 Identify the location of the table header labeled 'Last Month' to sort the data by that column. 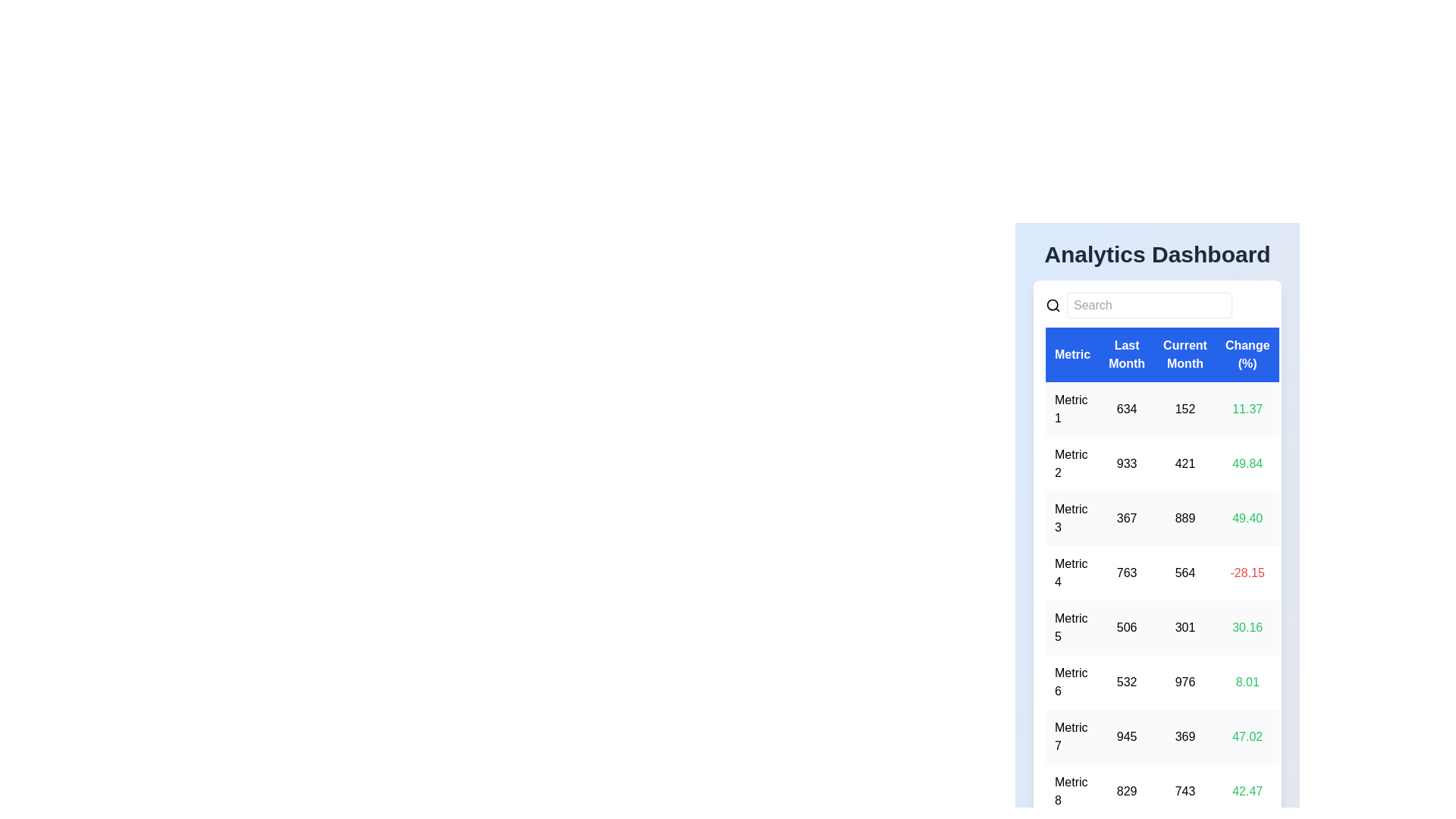
(1127, 354).